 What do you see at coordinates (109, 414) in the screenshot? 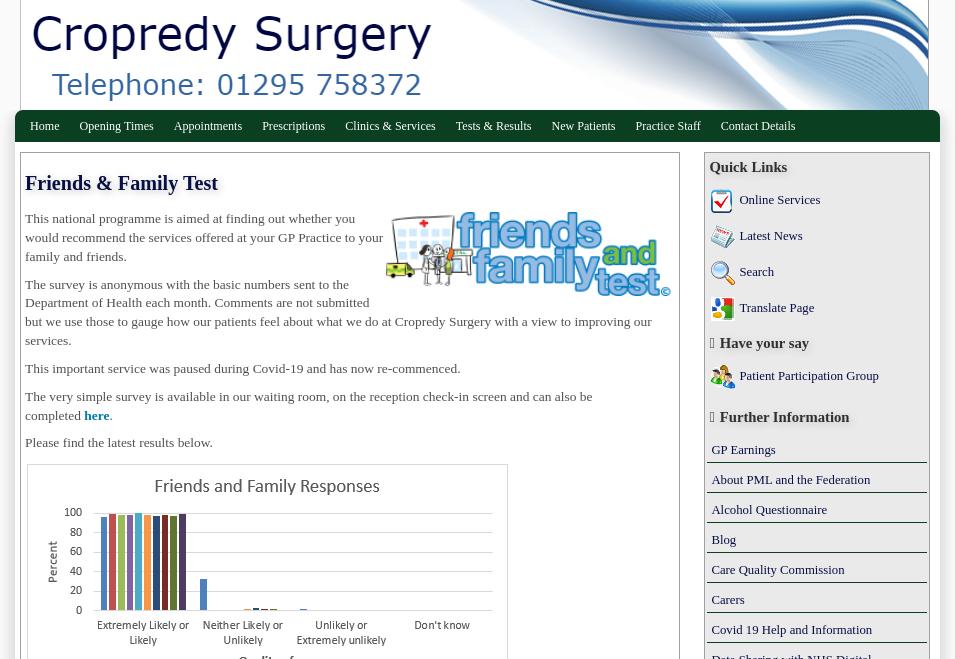
I see `'.'` at bounding box center [109, 414].